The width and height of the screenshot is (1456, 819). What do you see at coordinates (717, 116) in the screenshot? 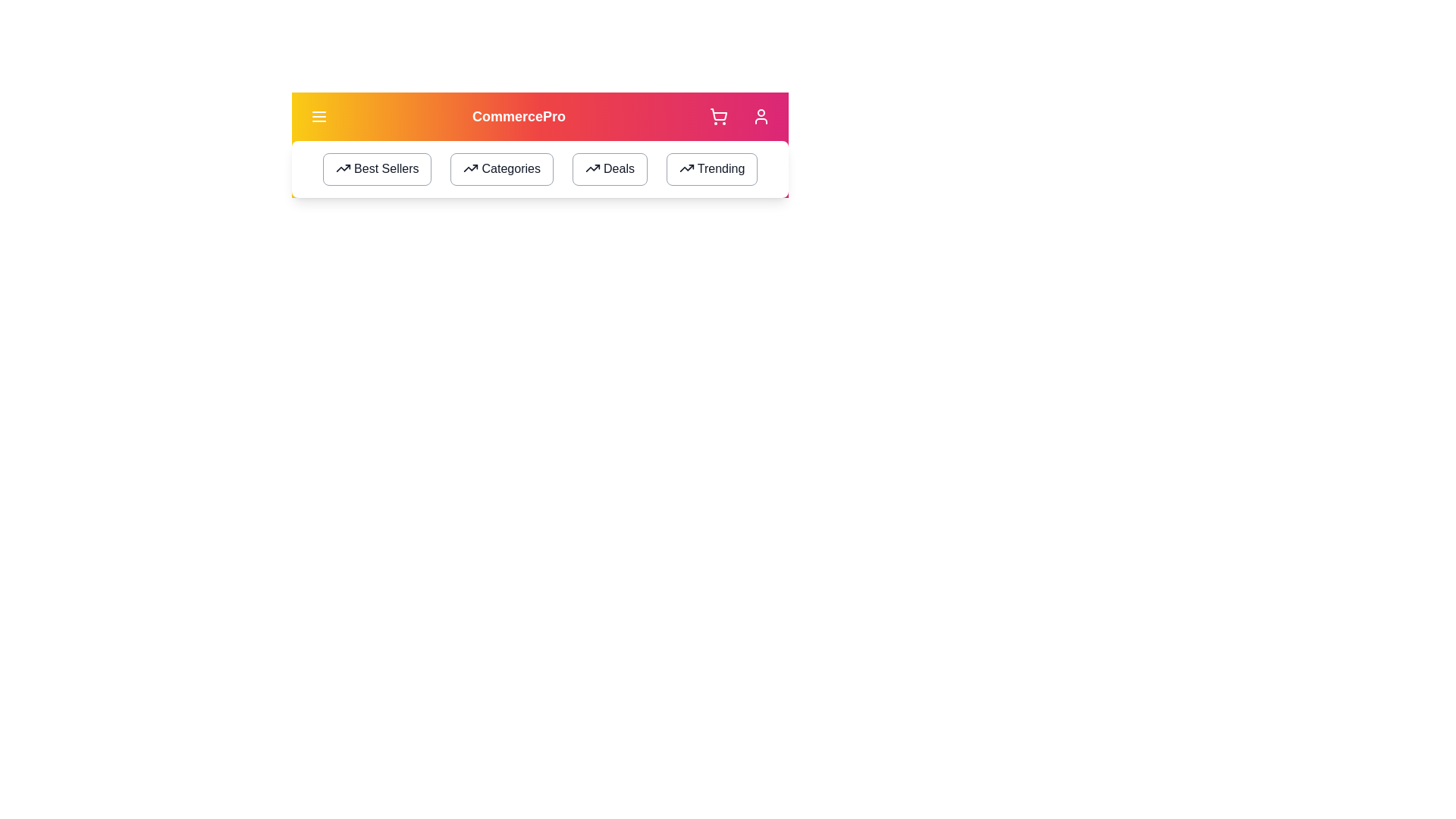
I see `the shopping cart icon to access the shopping cart` at bounding box center [717, 116].